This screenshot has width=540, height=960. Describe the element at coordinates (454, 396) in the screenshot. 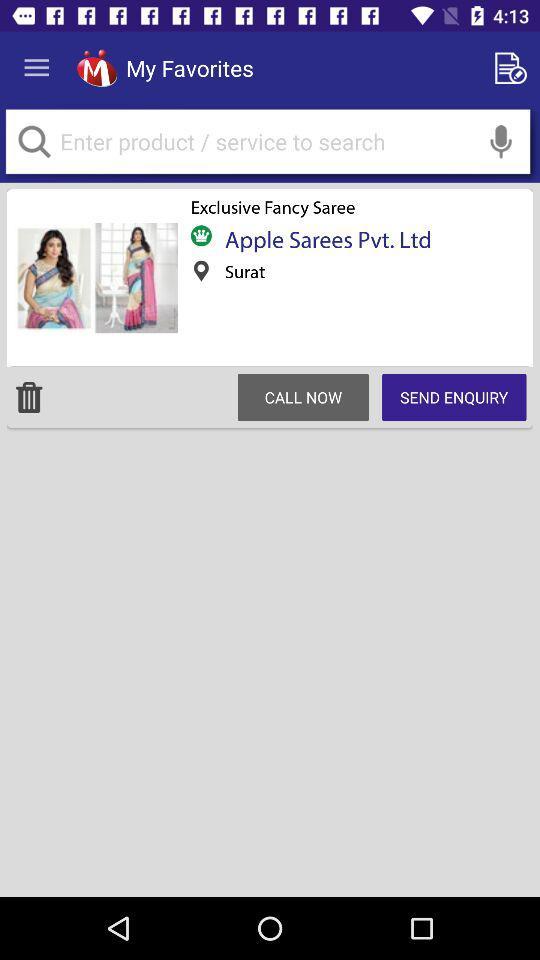

I see `send enquiry item` at that location.